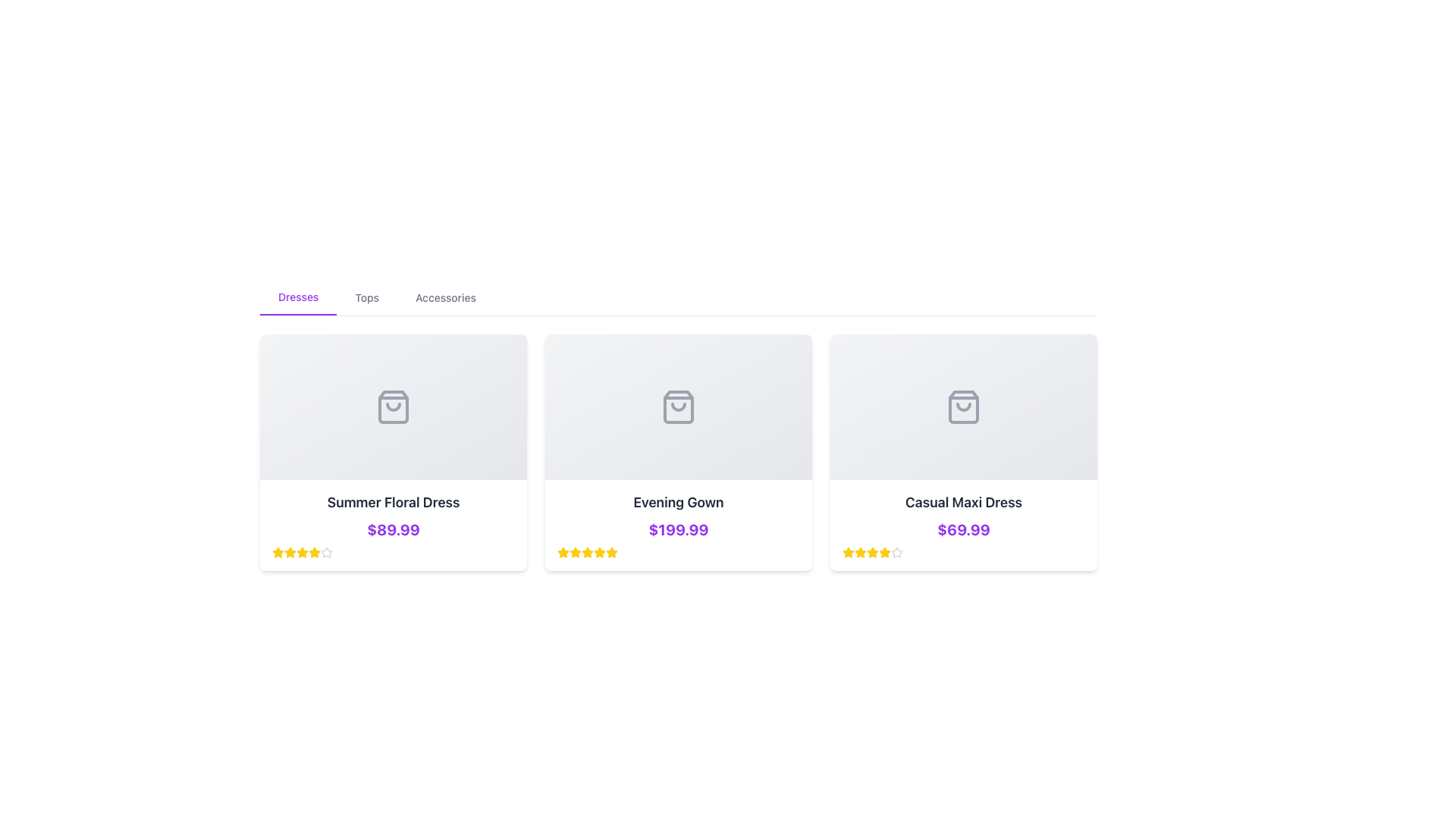  Describe the element at coordinates (611, 553) in the screenshot. I see `the rating represented by the fifth star icon, which is styled with a yellow fill and border, located below the price of the middle product card in the rating interface` at that location.